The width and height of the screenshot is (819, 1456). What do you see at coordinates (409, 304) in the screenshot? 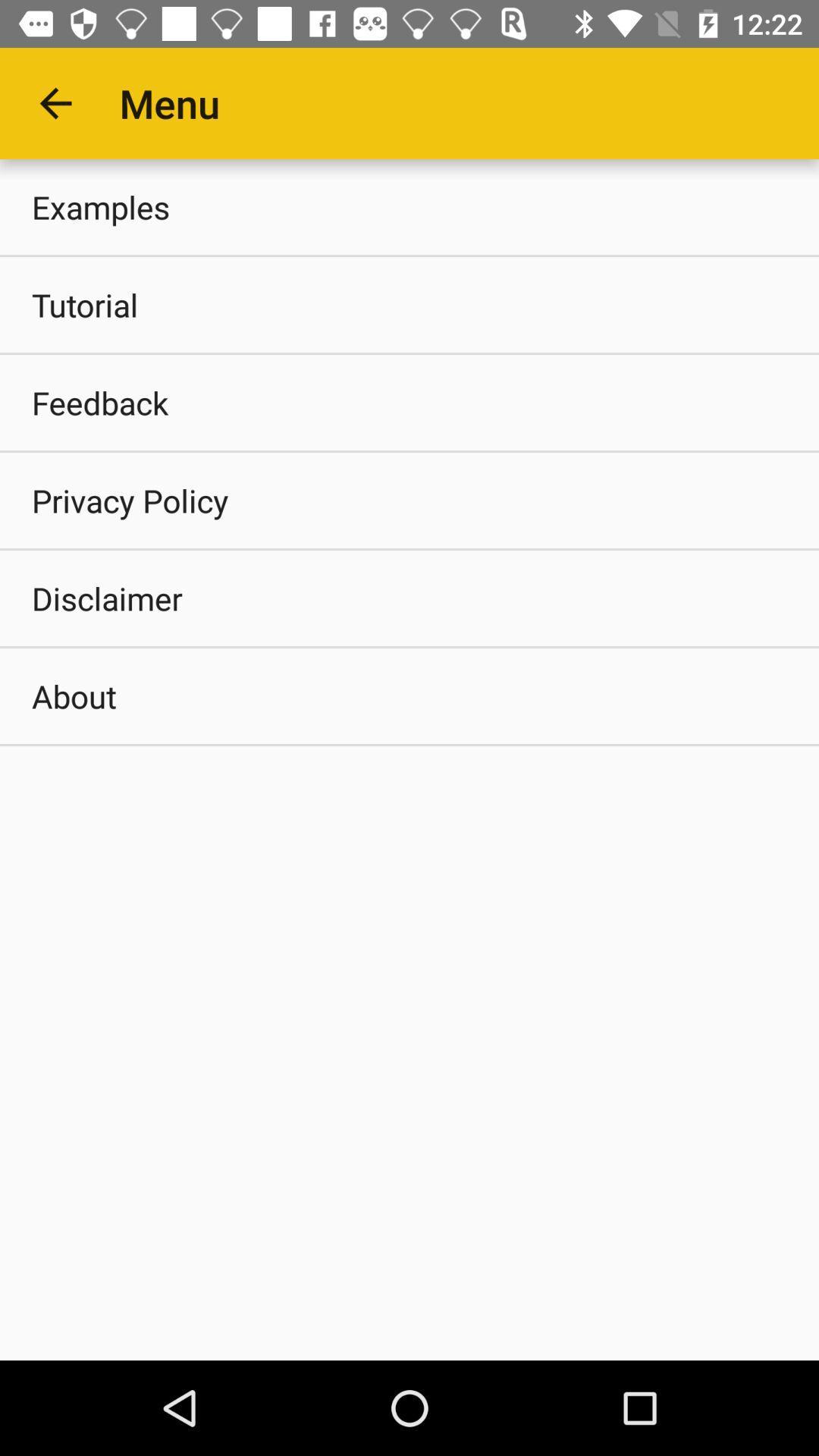
I see `item below the examples item` at bounding box center [409, 304].